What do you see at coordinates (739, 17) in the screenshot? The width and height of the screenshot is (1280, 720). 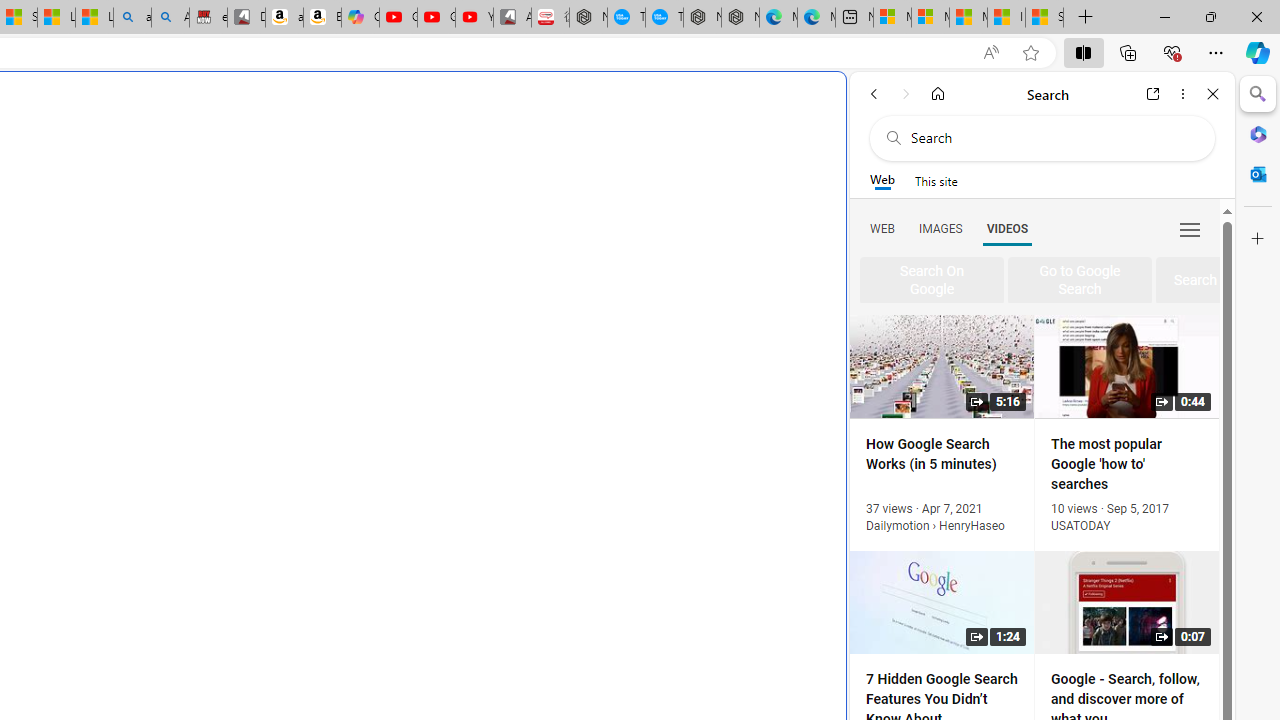 I see `'Nordace - Nordace has arrived Hong Kong'` at bounding box center [739, 17].